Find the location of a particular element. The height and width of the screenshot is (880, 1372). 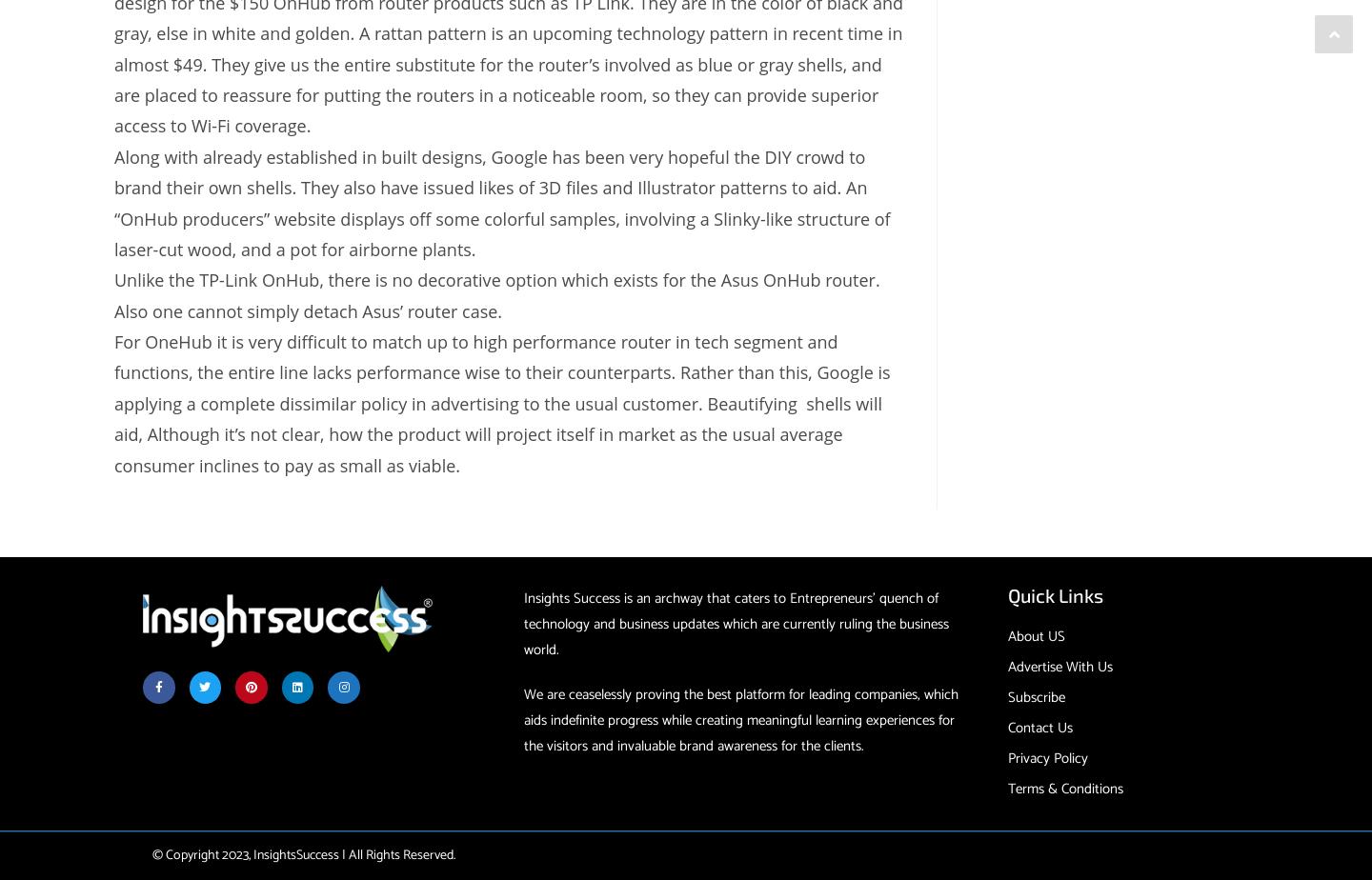

'We are ceaselessly proving the best platform for leading companies, which aids indefinite progress while creating meaningful learning experiences for the visitors and invaluable brand awareness for the clients.' is located at coordinates (739, 720).